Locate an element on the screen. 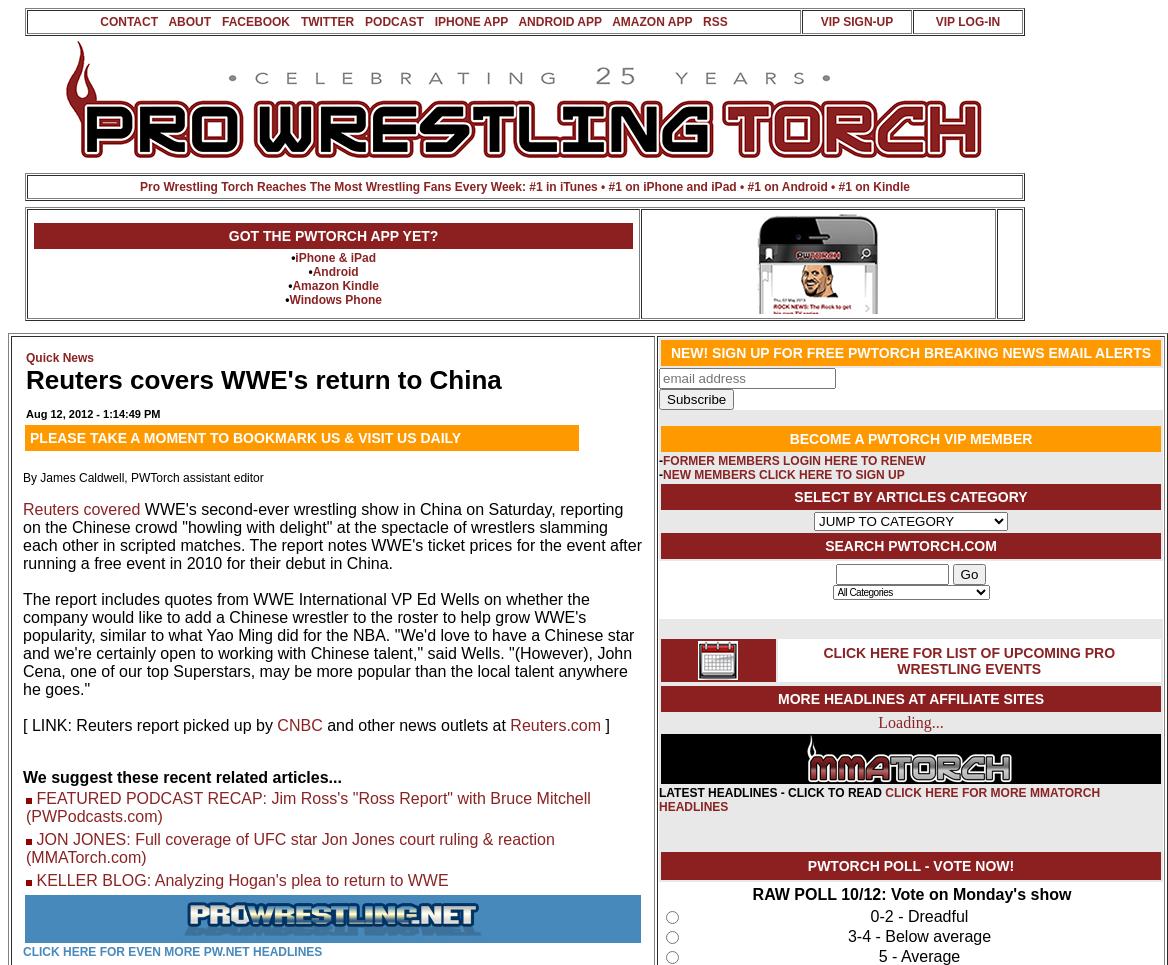 The image size is (1168, 965). 'LATEST HEADLINES - CLICK TO READ' is located at coordinates (772, 793).